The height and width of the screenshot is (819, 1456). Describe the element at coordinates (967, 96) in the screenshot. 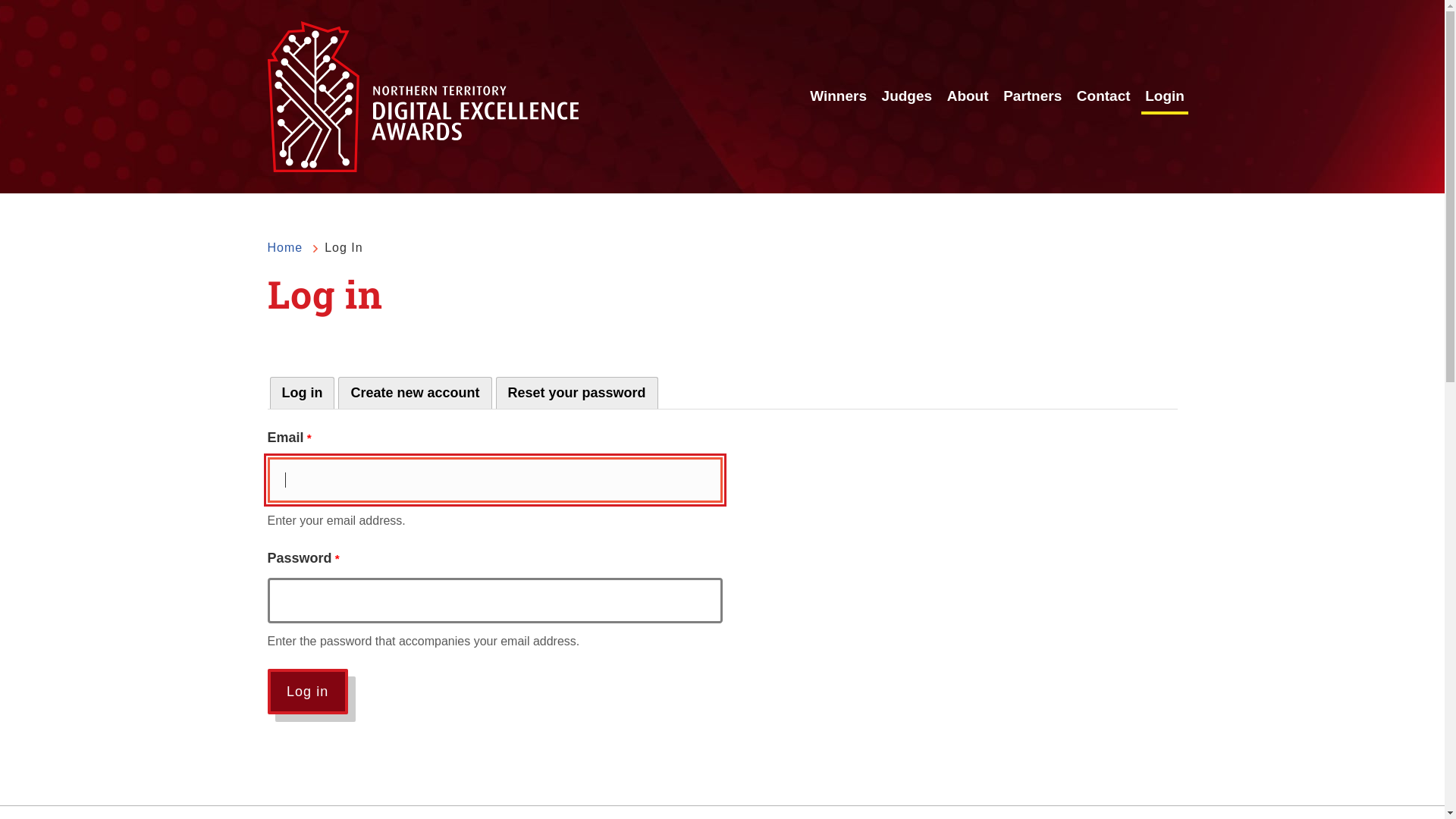

I see `'About'` at that location.